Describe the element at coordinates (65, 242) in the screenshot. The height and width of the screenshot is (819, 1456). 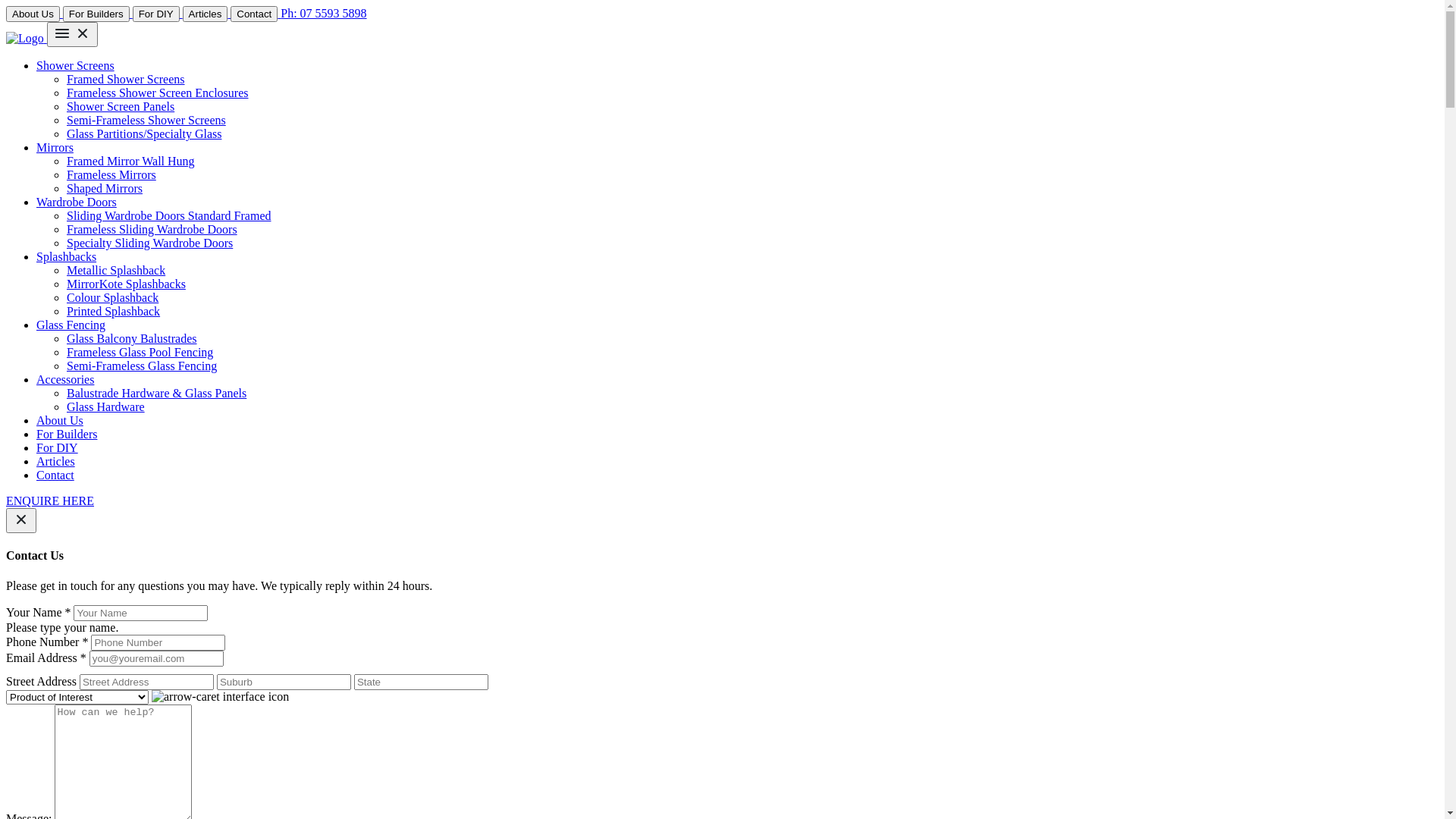
I see `'Specialty Sliding Wardrobe Doors'` at that location.